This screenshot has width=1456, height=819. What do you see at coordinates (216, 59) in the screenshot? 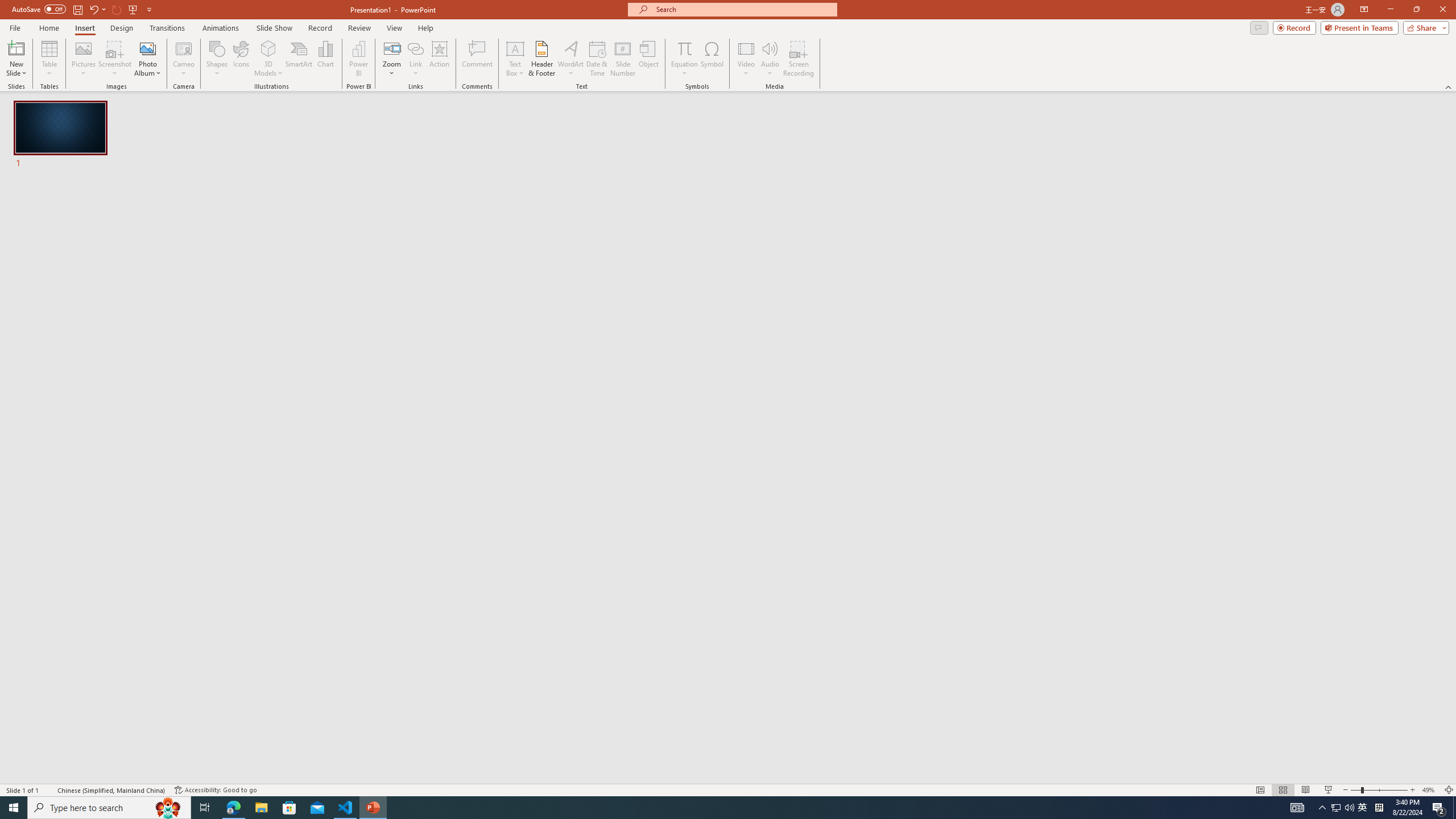
I see `'Shapes'` at bounding box center [216, 59].